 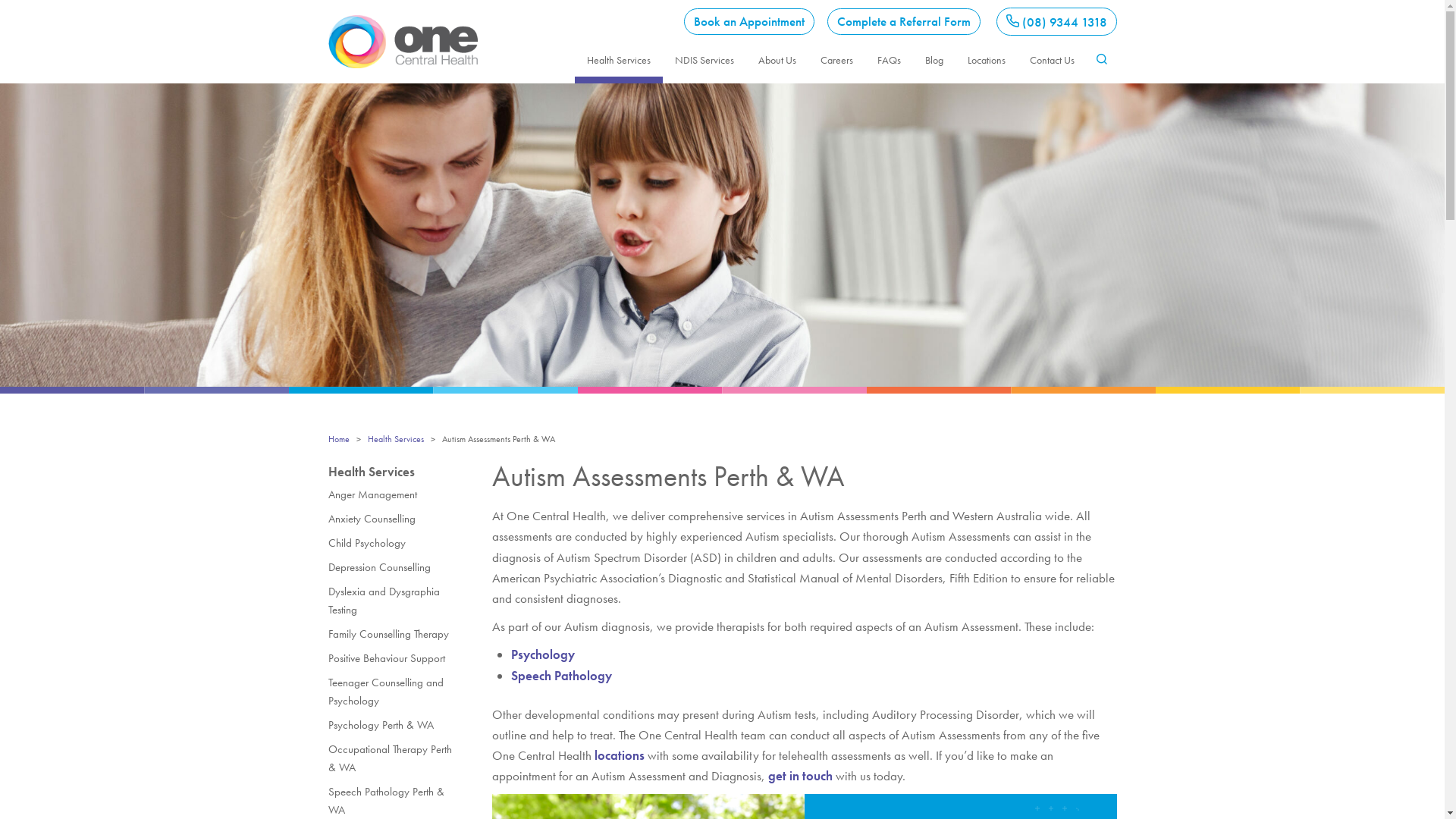 I want to click on 'Speech Pathology', so click(x=510, y=675).